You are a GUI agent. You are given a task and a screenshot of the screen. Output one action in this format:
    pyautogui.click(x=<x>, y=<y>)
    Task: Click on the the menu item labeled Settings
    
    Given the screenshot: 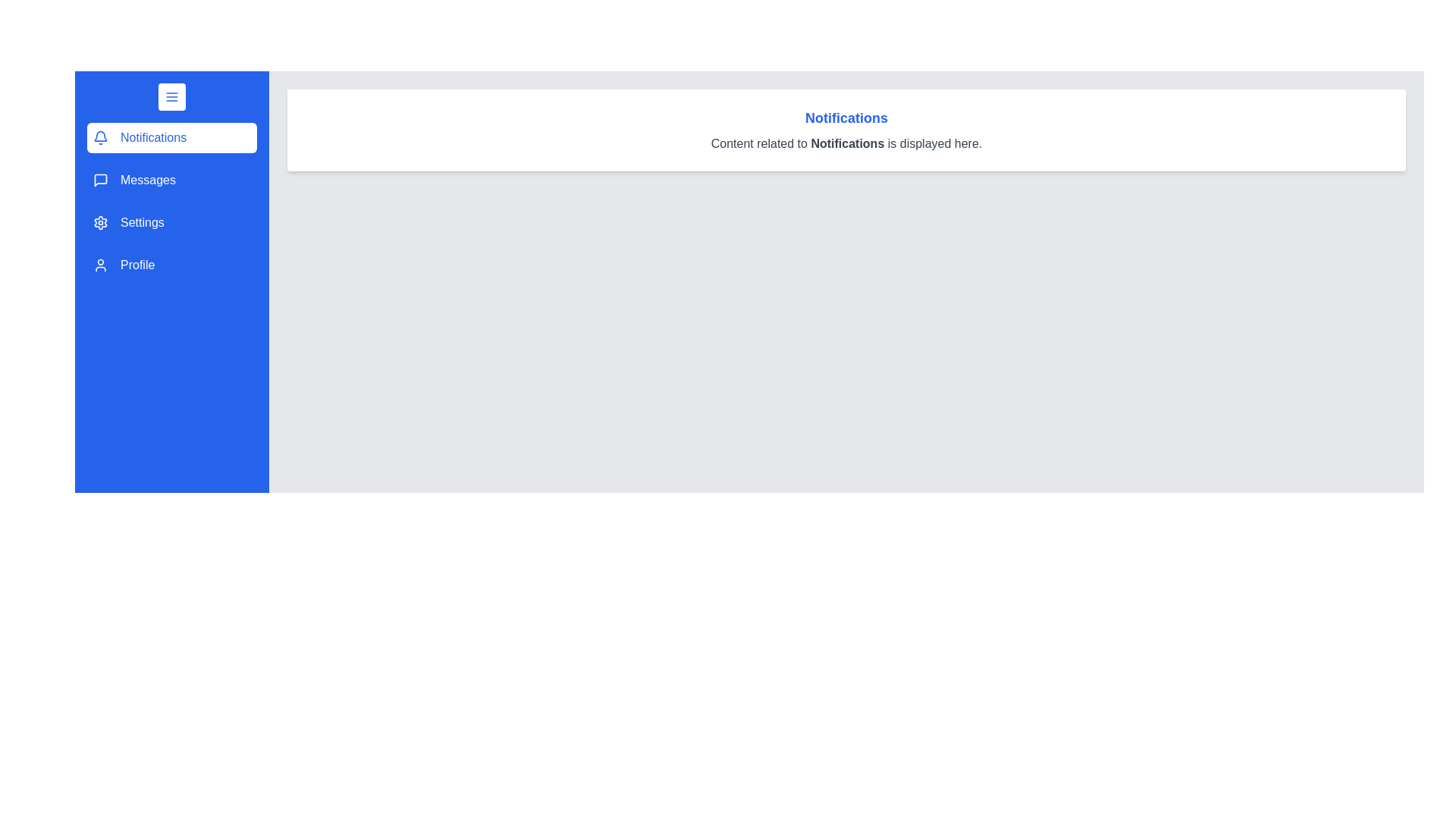 What is the action you would take?
    pyautogui.click(x=171, y=222)
    